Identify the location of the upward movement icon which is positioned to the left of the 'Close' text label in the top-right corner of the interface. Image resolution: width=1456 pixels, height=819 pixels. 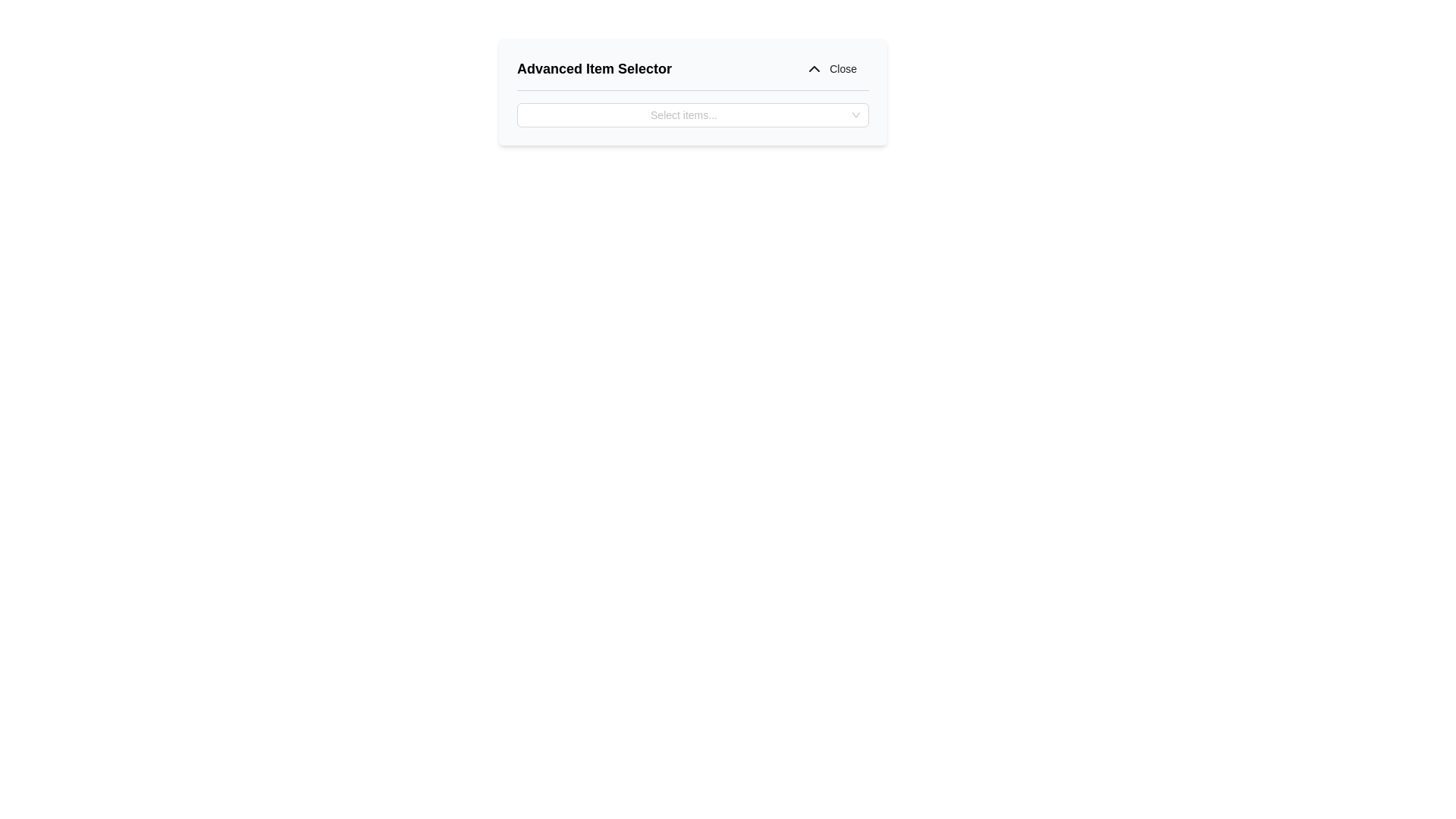
(814, 69).